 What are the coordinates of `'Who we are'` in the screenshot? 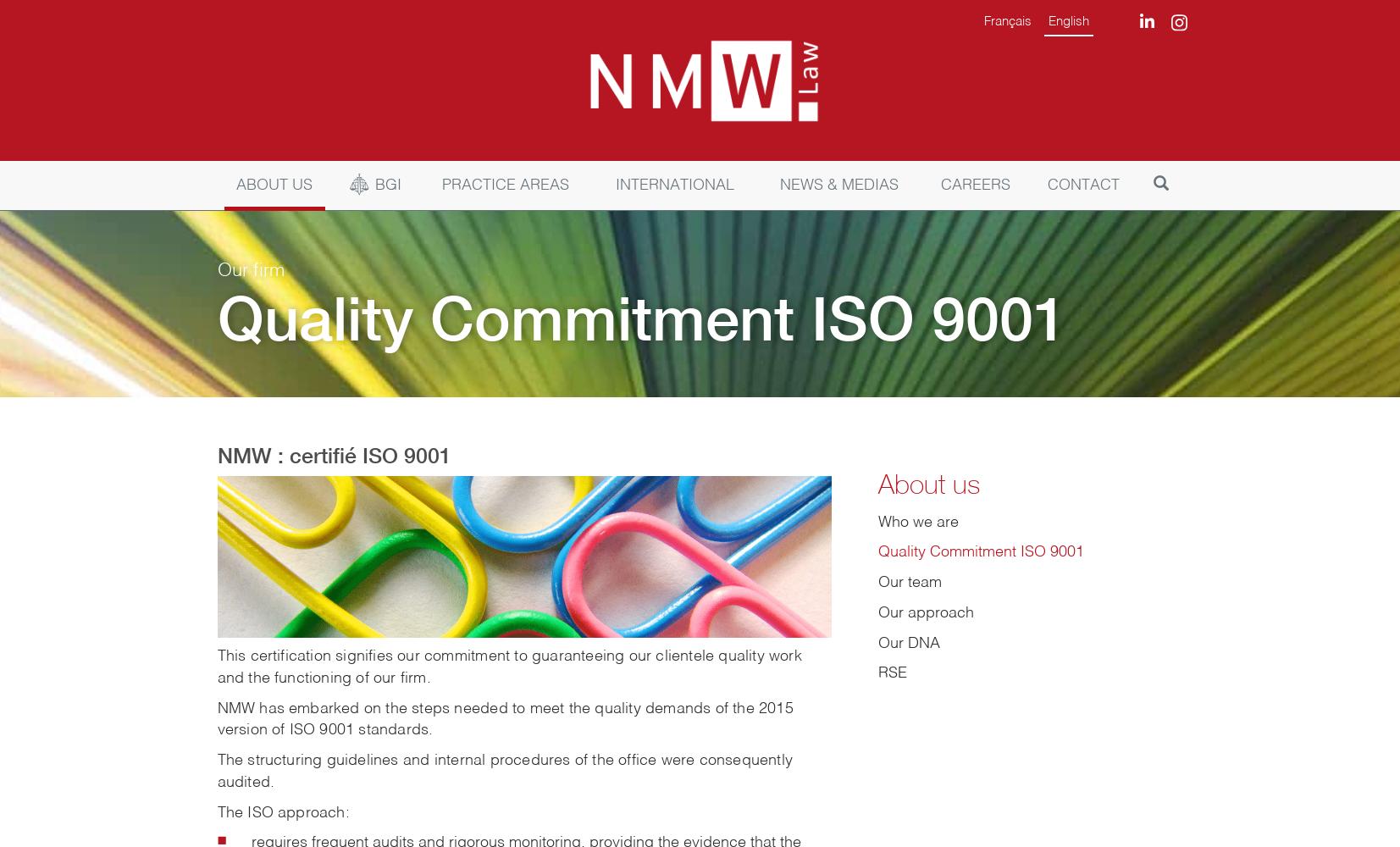 It's located at (917, 521).